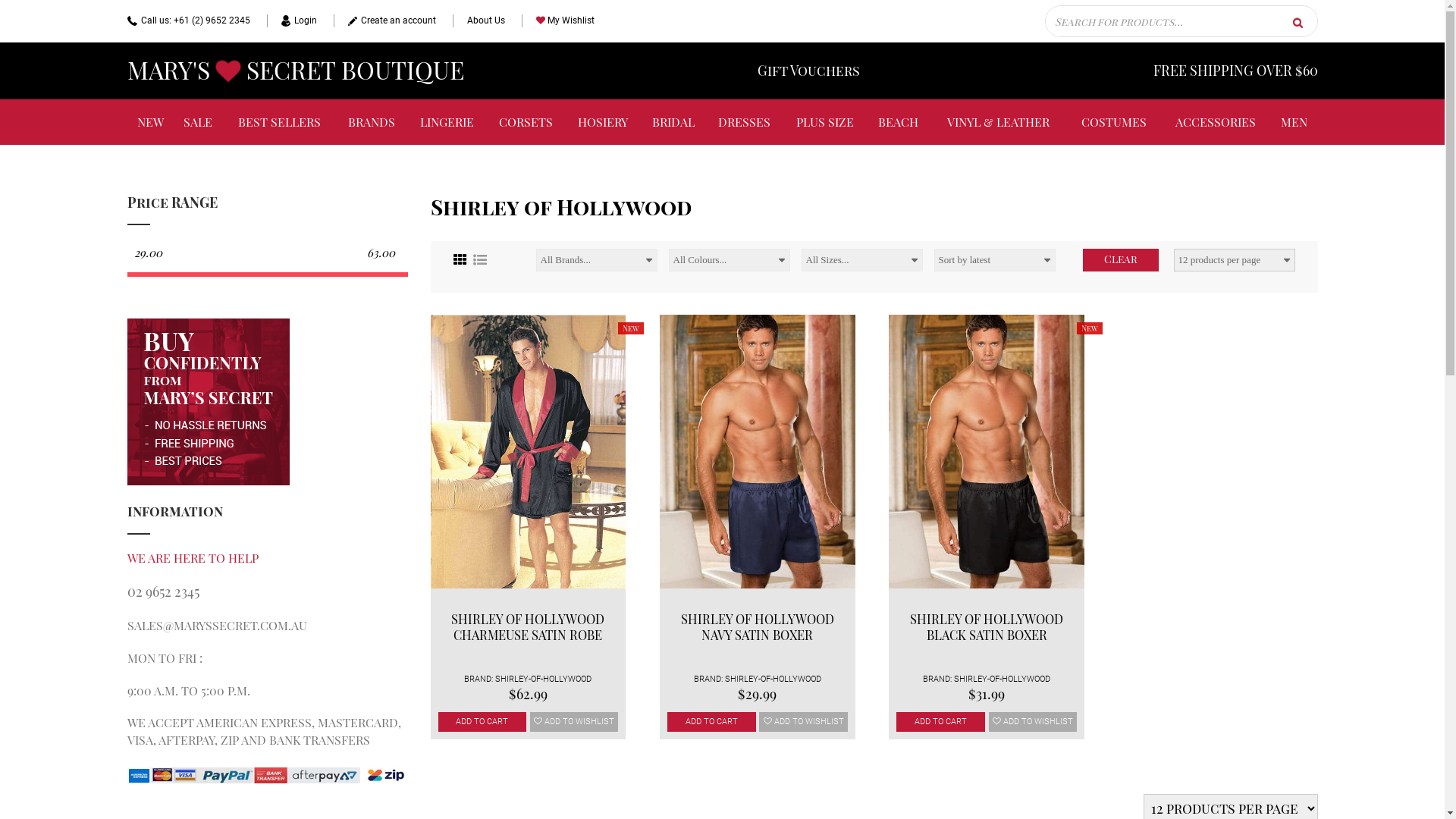 Image resolution: width=1456 pixels, height=819 pixels. I want to click on 'HOSIERY', so click(602, 121).